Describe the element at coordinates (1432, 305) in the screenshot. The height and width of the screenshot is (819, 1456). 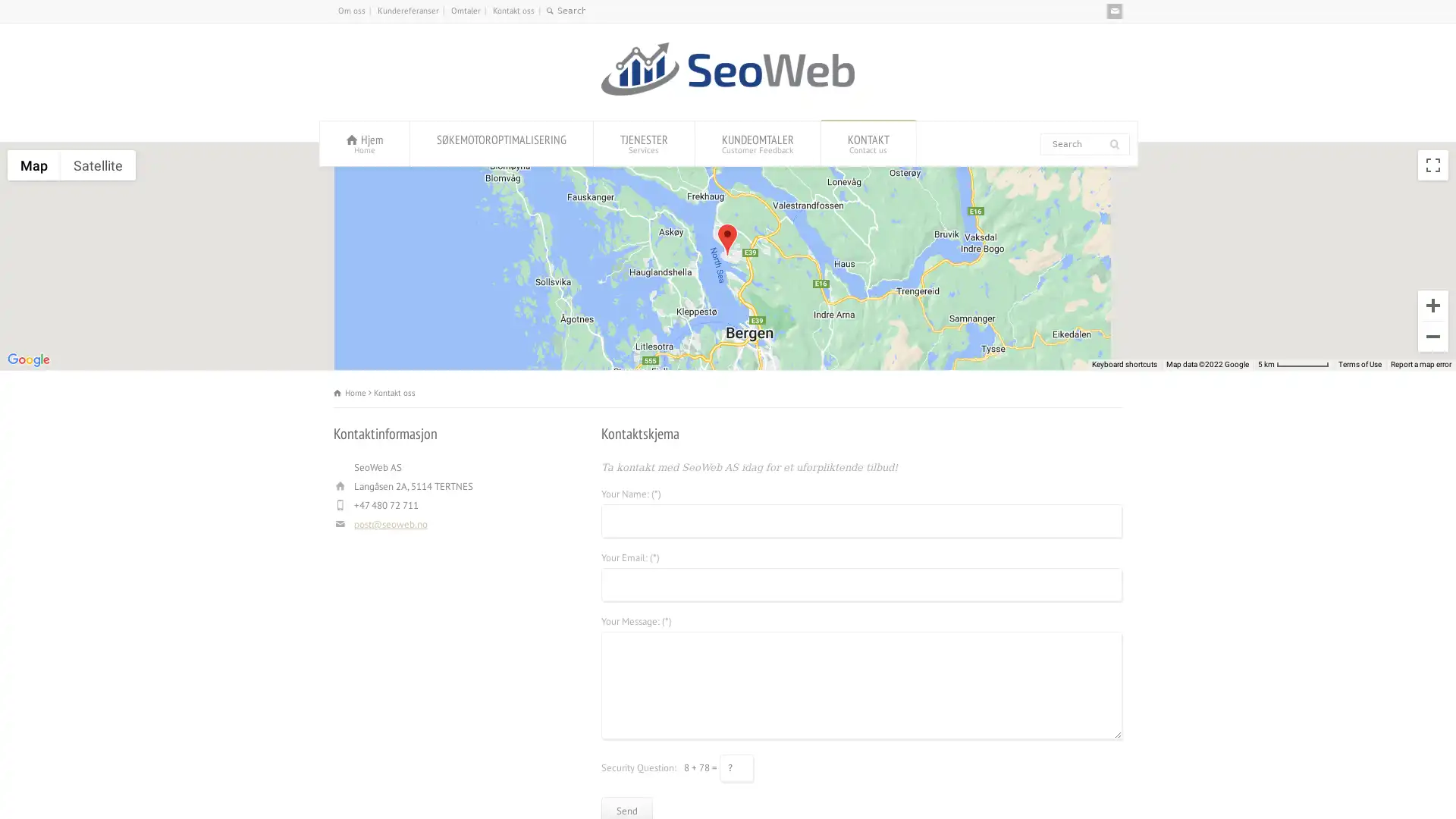
I see `Zoom in` at that location.